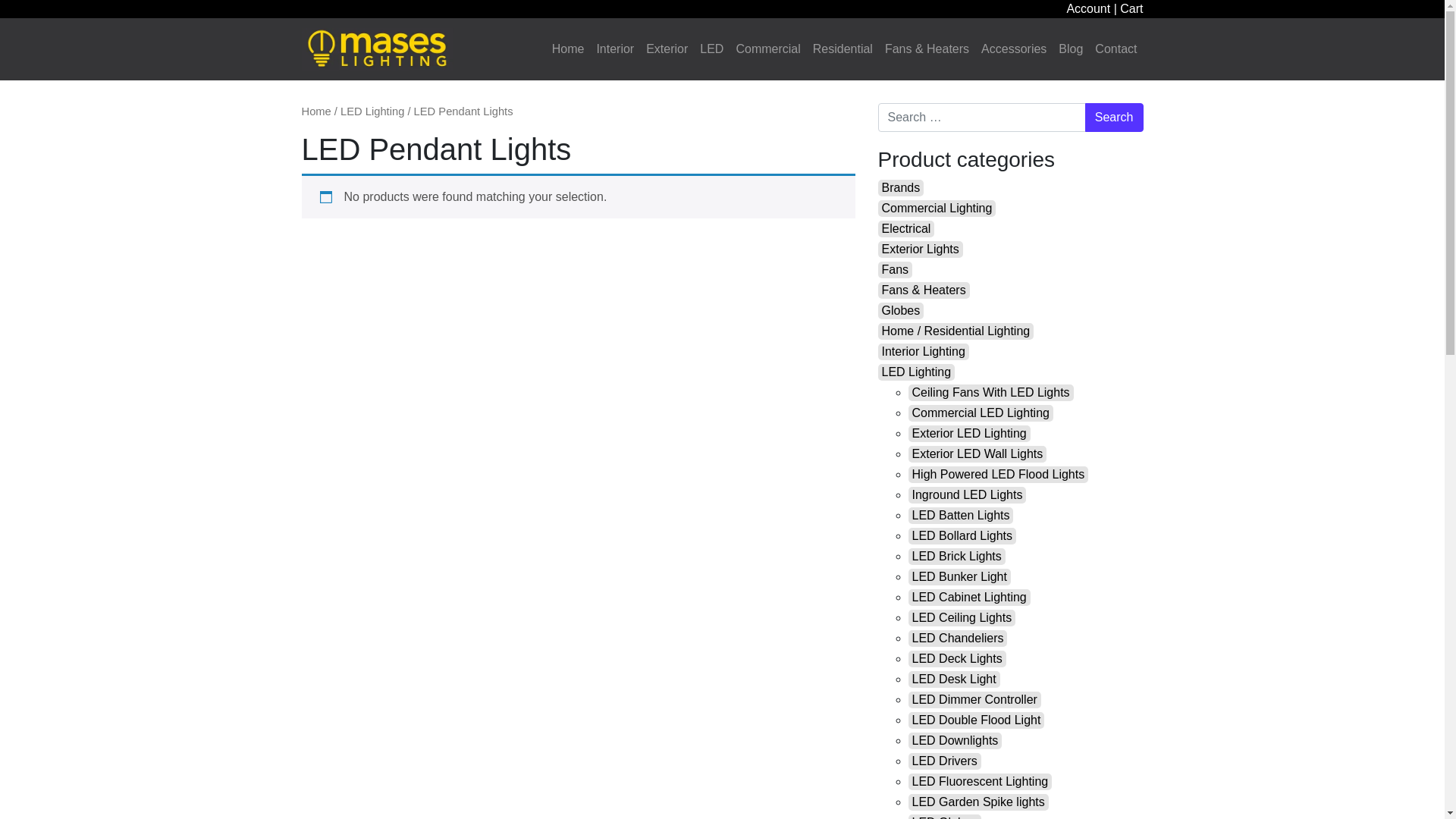  I want to click on 'Inground LED Lights', so click(967, 494).